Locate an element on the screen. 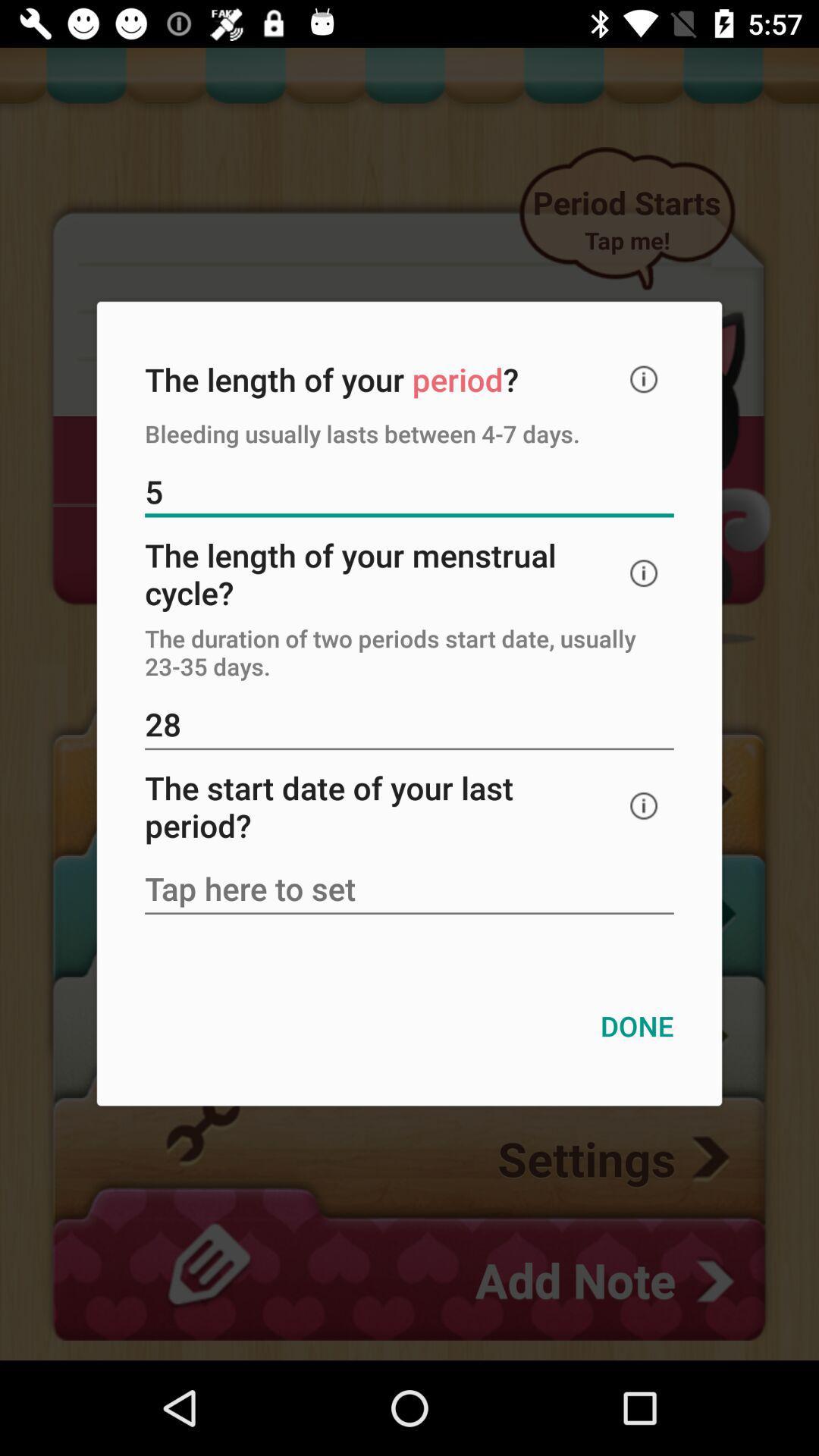 This screenshot has width=819, height=1456. the 28 is located at coordinates (409, 725).